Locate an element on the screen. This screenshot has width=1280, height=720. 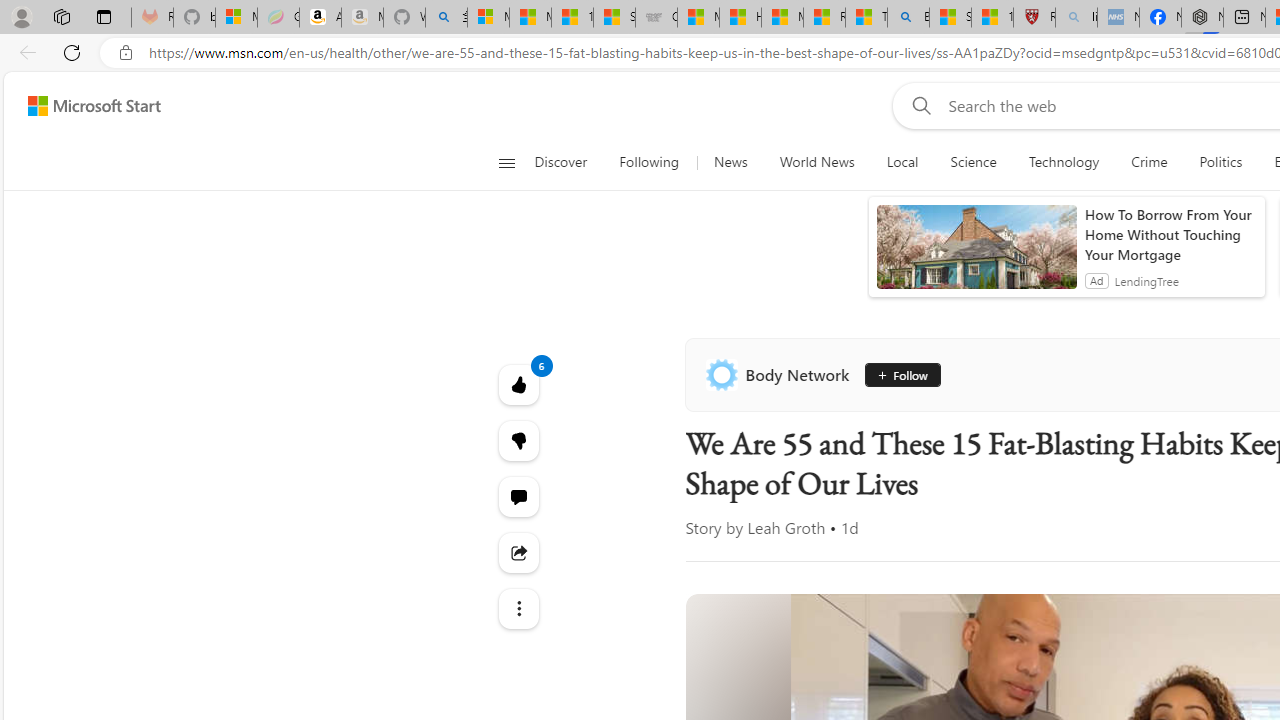
'Follow' is located at coordinates (894, 375).